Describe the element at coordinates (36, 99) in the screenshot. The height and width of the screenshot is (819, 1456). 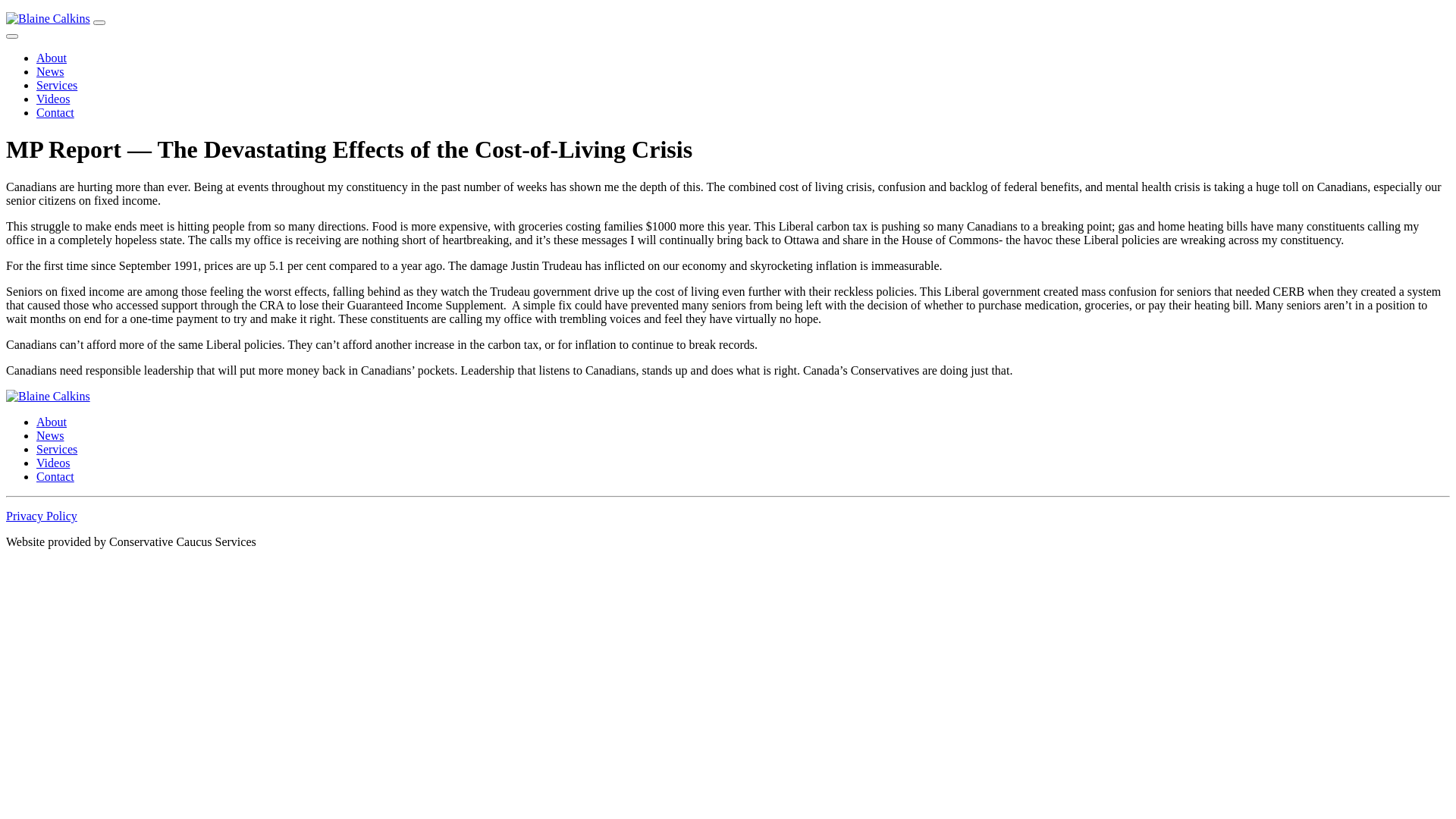
I see `'Videos'` at that location.